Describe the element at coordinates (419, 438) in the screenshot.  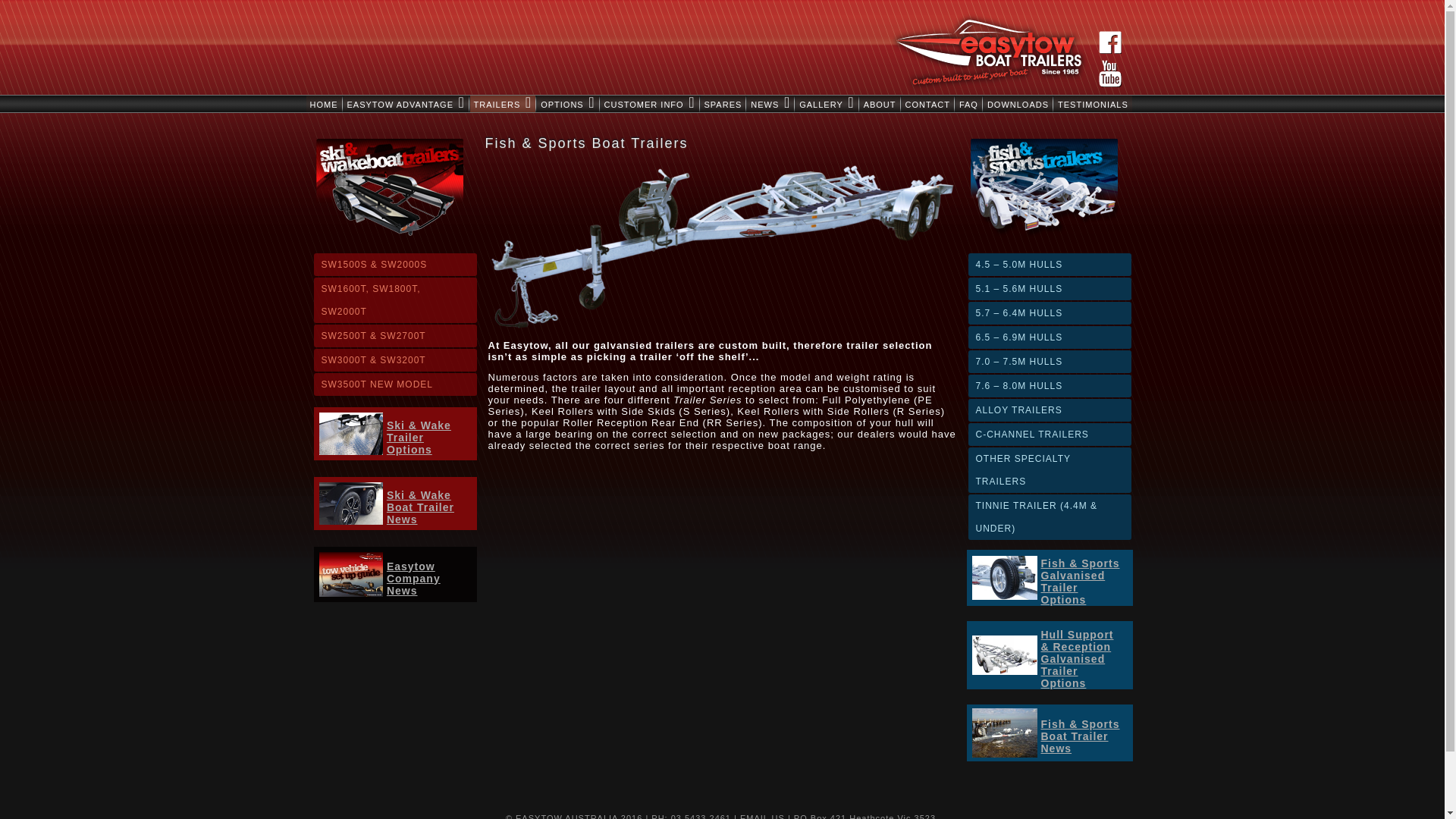
I see `'Ski & Wake Trailer Options'` at that location.